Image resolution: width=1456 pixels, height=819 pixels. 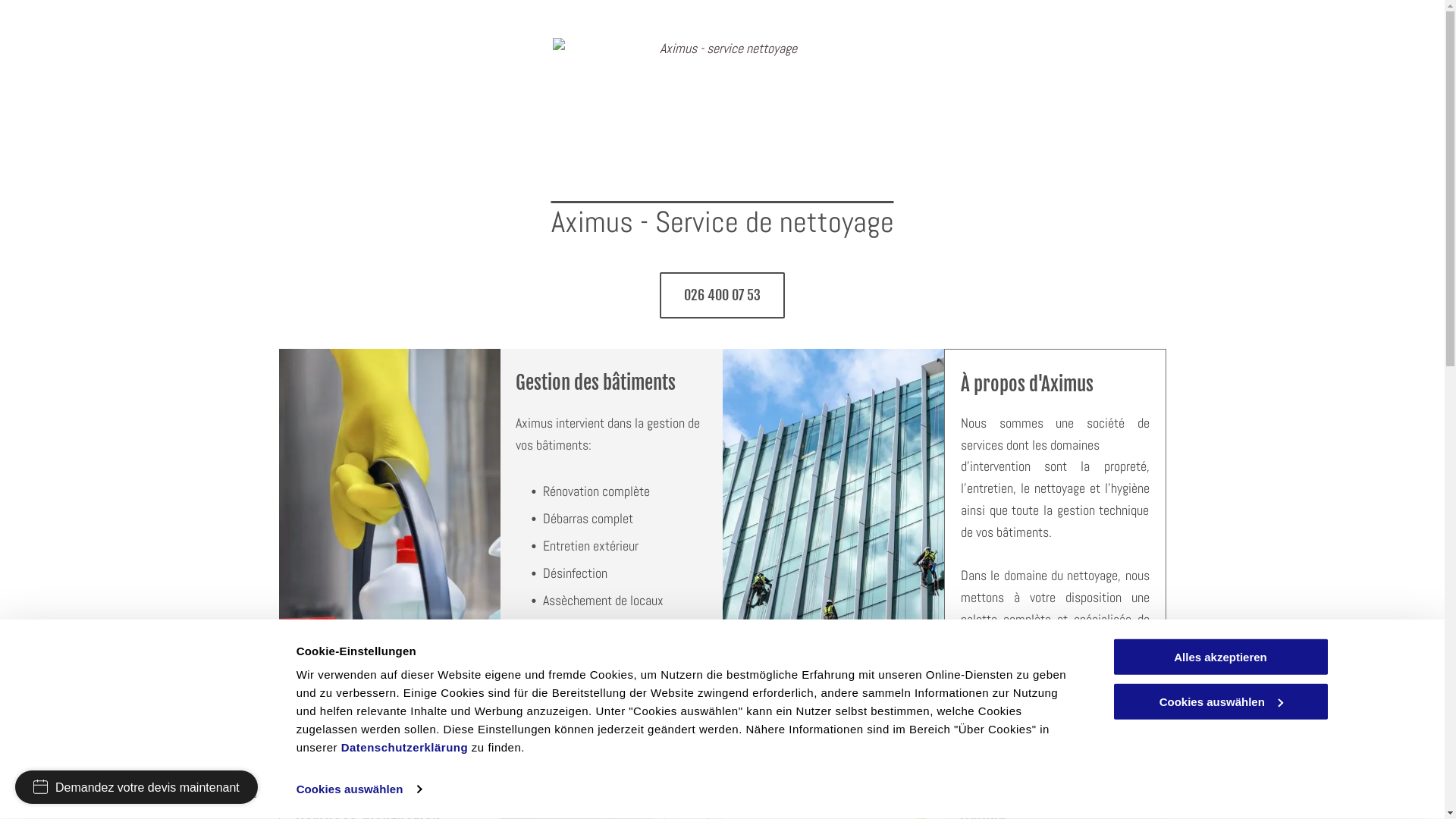 I want to click on '026 400 07 53', so click(x=659, y=295).